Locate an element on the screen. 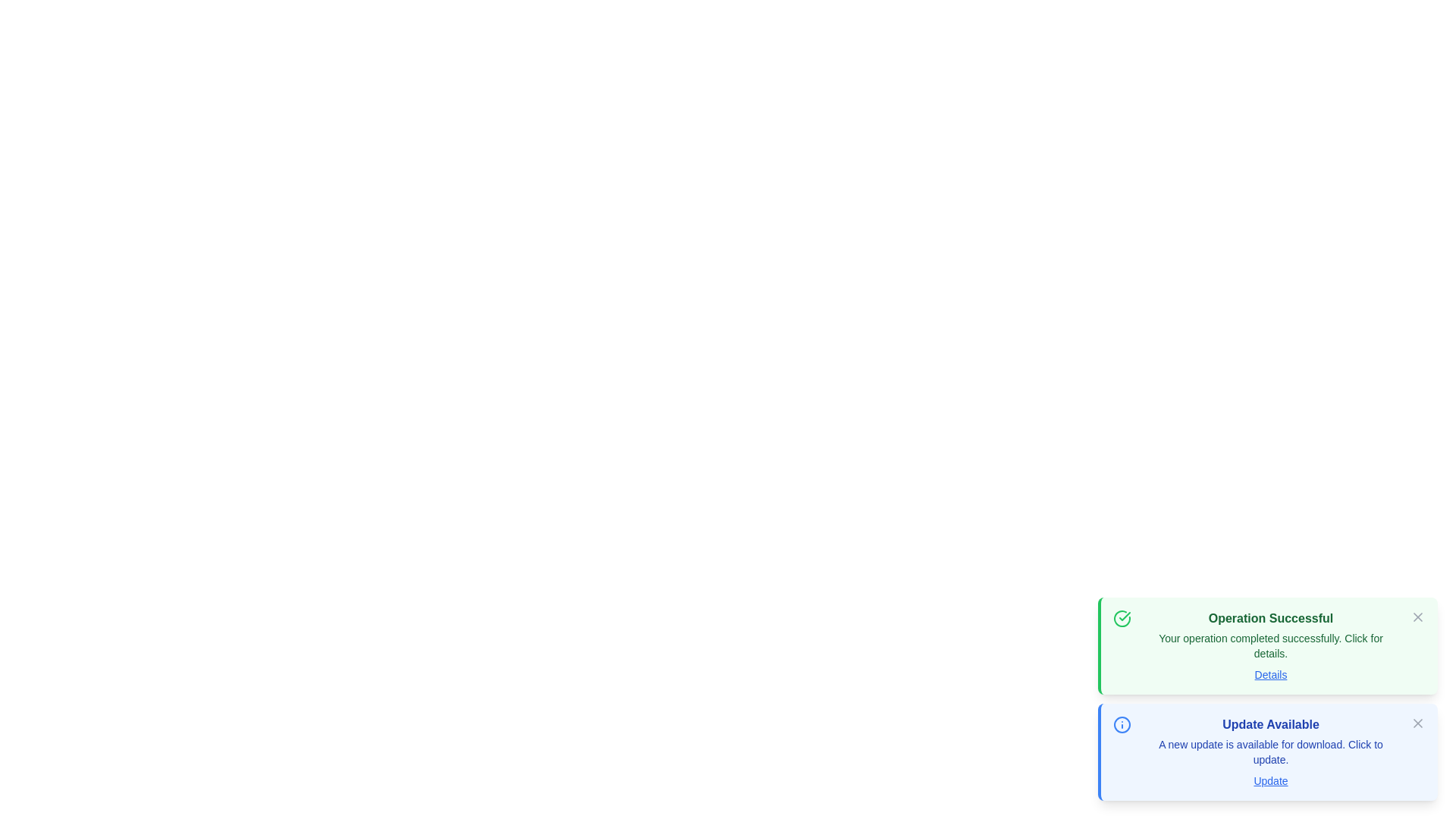 Image resolution: width=1456 pixels, height=819 pixels. the SVG Circle element with a blue border located inside the blue information icon in the header of the 'Update Available' notification card is located at coordinates (1122, 724).